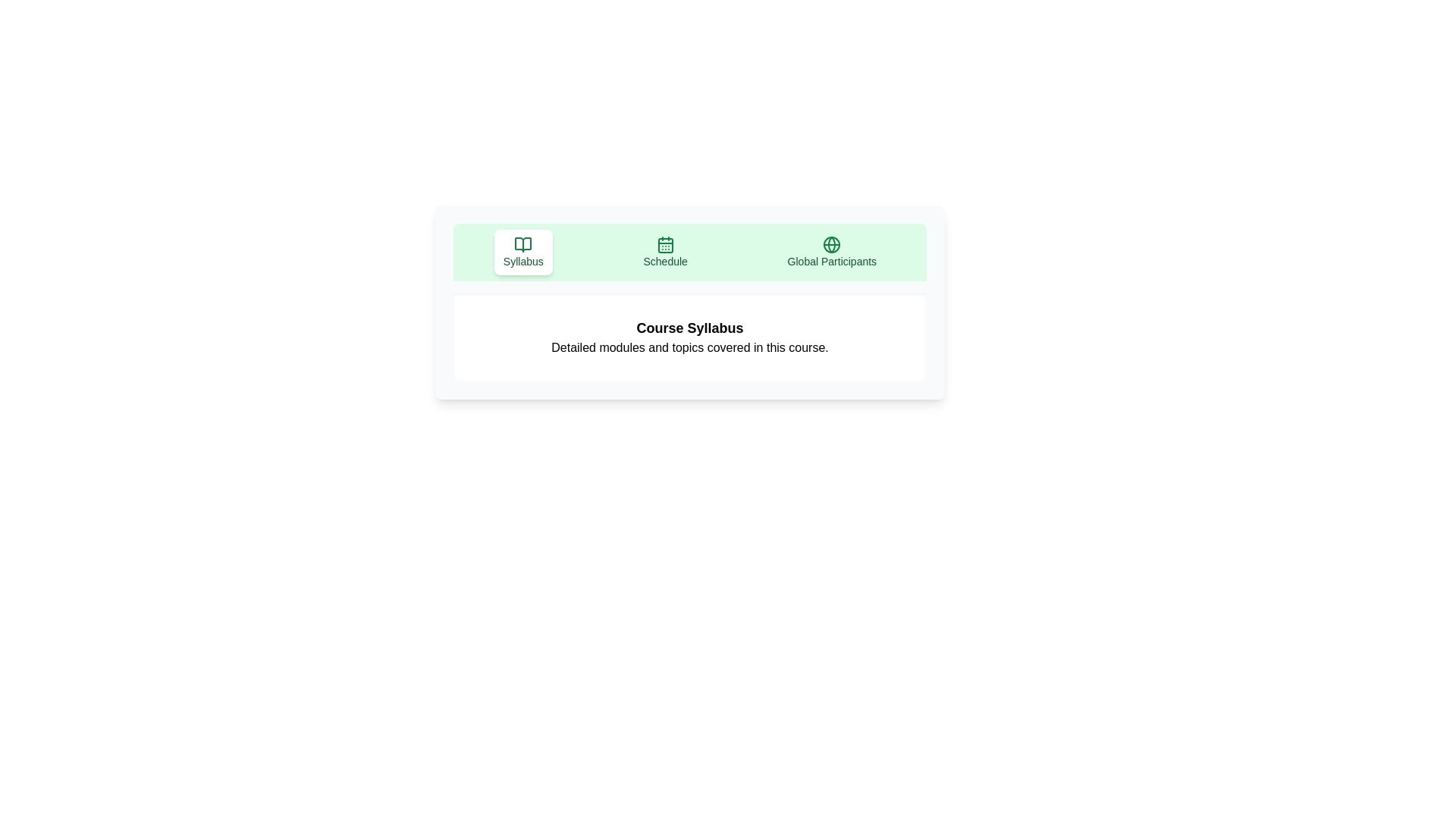 Image resolution: width=1456 pixels, height=819 pixels. What do you see at coordinates (523, 251) in the screenshot?
I see `the 'Syllabus' tab to activate it` at bounding box center [523, 251].